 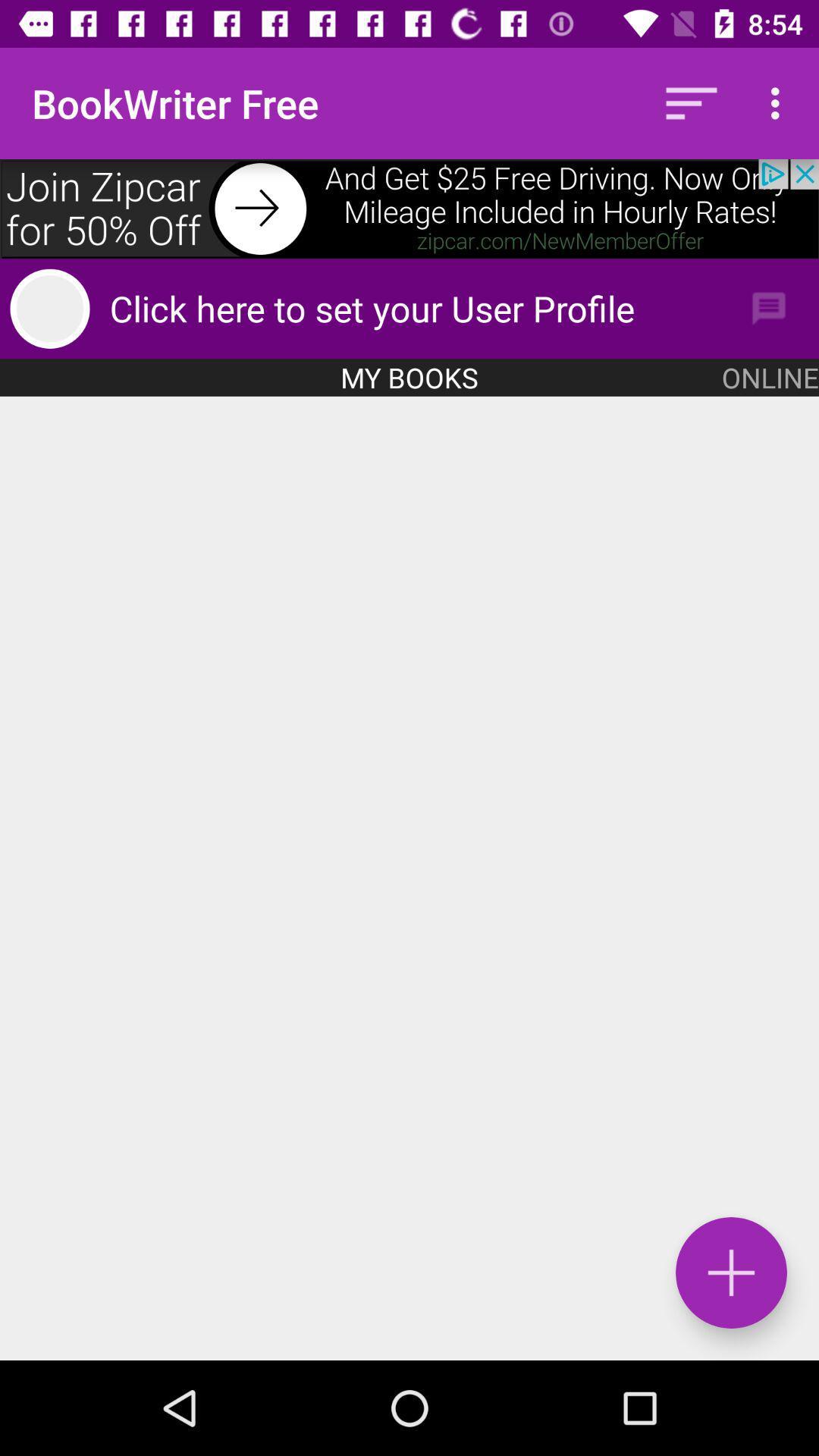 I want to click on advertisement, so click(x=409, y=208).